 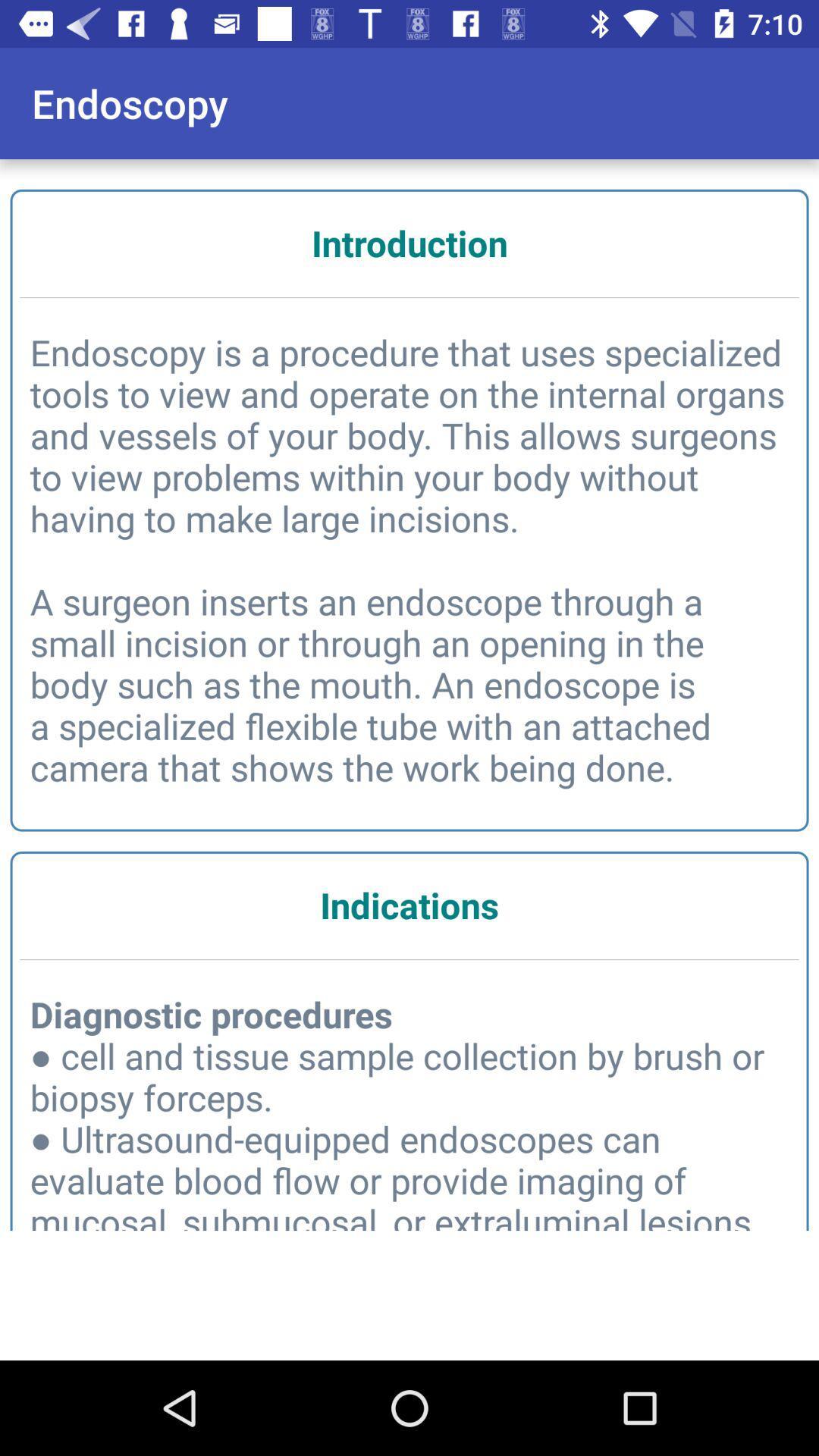 What do you see at coordinates (409, 905) in the screenshot?
I see `item below the endoscopy is a item` at bounding box center [409, 905].